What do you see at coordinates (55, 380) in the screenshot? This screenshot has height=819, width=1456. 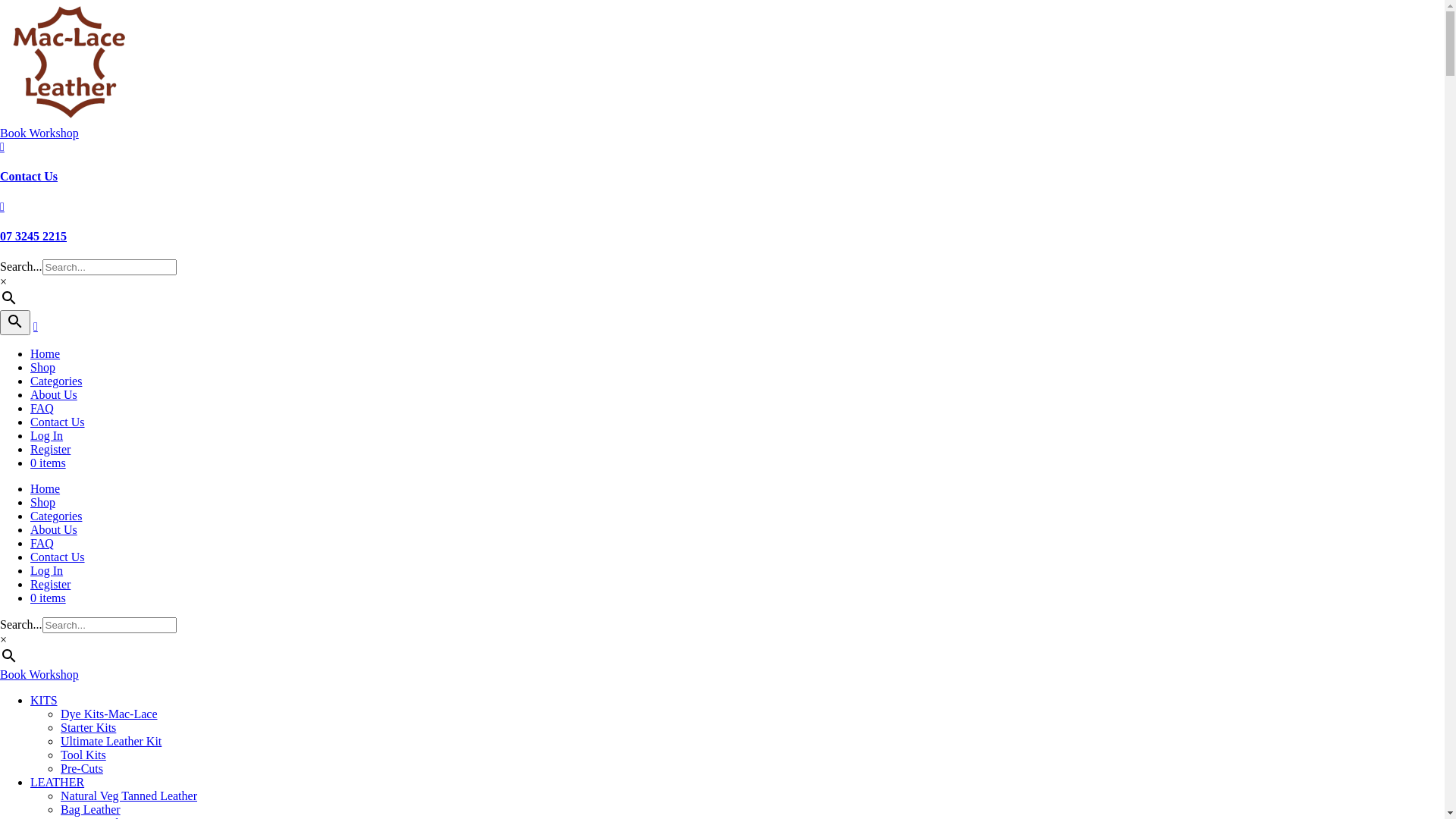 I see `'Categories'` at bounding box center [55, 380].